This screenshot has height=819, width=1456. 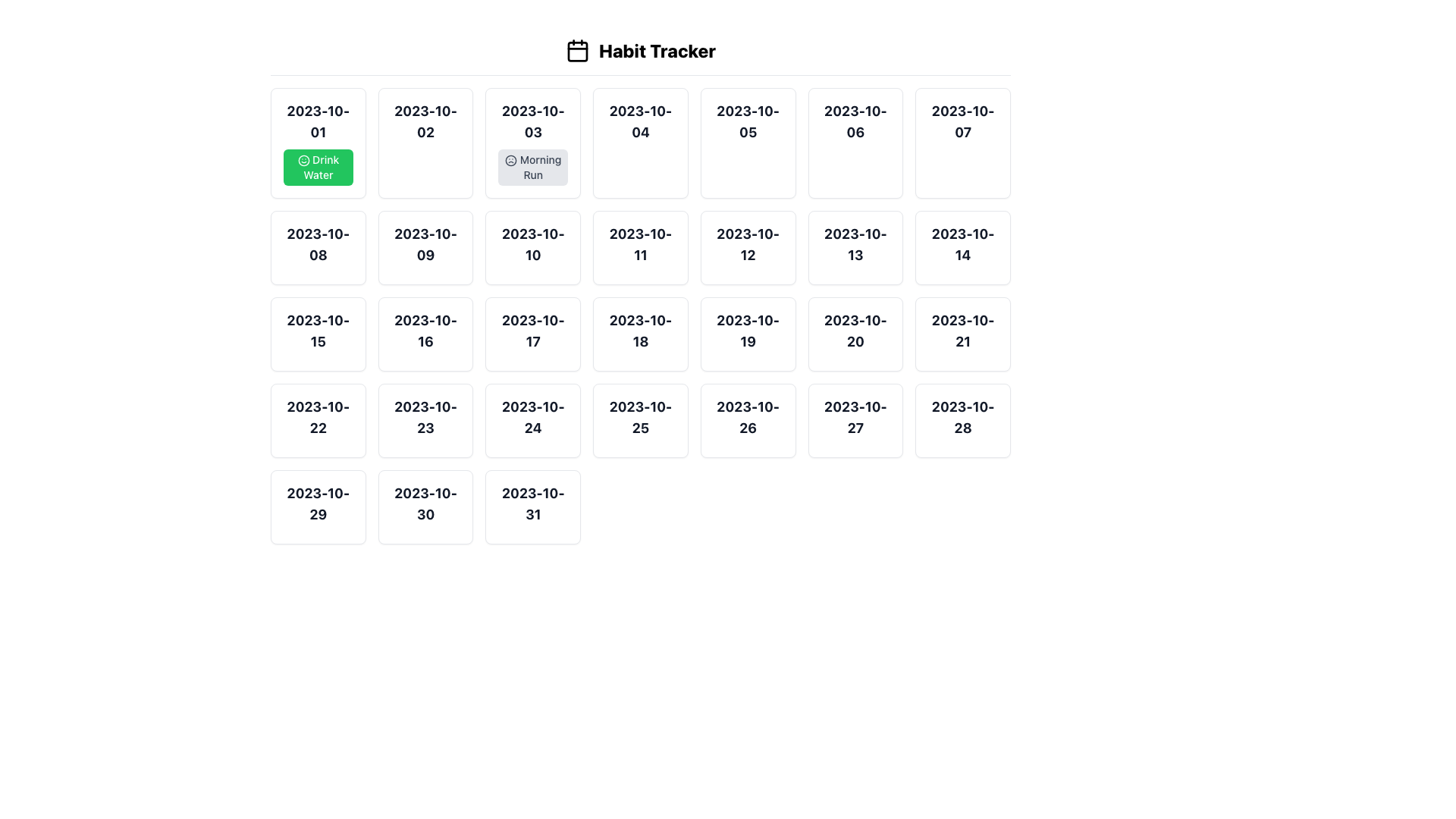 What do you see at coordinates (962, 121) in the screenshot?
I see `the text label displaying the date '2023-10-07' in the top-right corner of the calendar interface` at bounding box center [962, 121].